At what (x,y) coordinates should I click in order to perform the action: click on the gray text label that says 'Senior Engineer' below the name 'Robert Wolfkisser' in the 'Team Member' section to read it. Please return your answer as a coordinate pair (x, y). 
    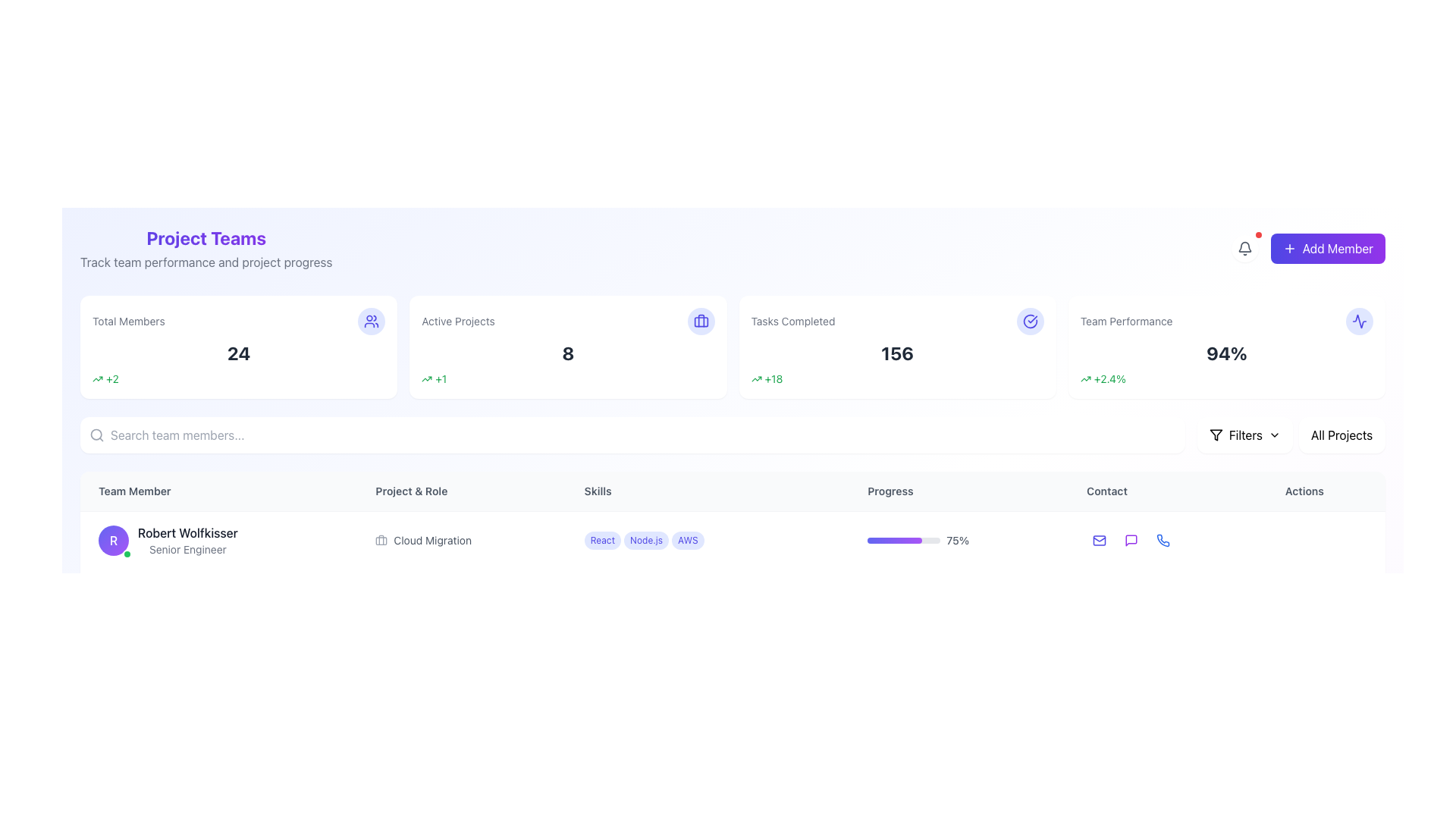
    Looking at the image, I should click on (187, 550).